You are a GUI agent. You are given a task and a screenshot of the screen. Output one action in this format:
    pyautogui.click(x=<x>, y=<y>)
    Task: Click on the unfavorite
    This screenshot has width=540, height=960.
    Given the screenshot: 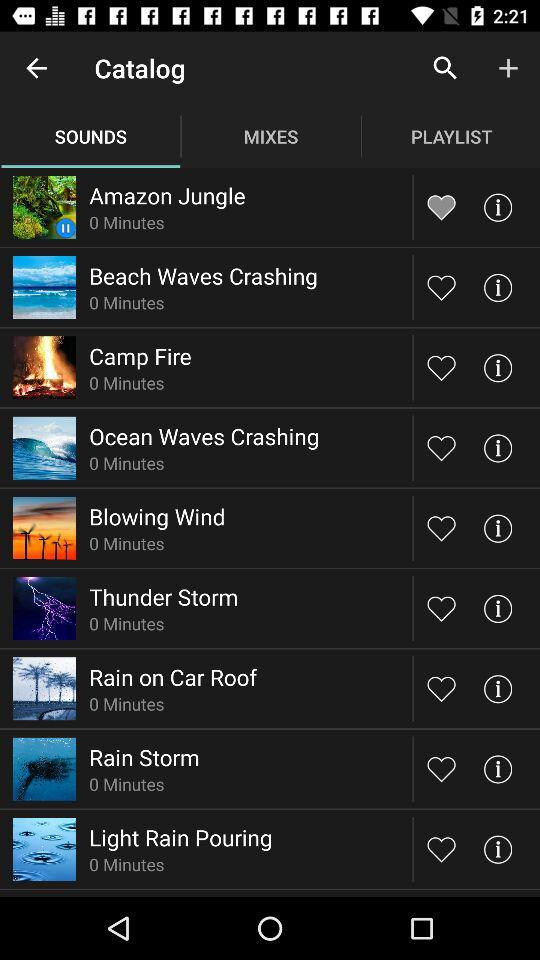 What is the action you would take?
    pyautogui.click(x=441, y=207)
    